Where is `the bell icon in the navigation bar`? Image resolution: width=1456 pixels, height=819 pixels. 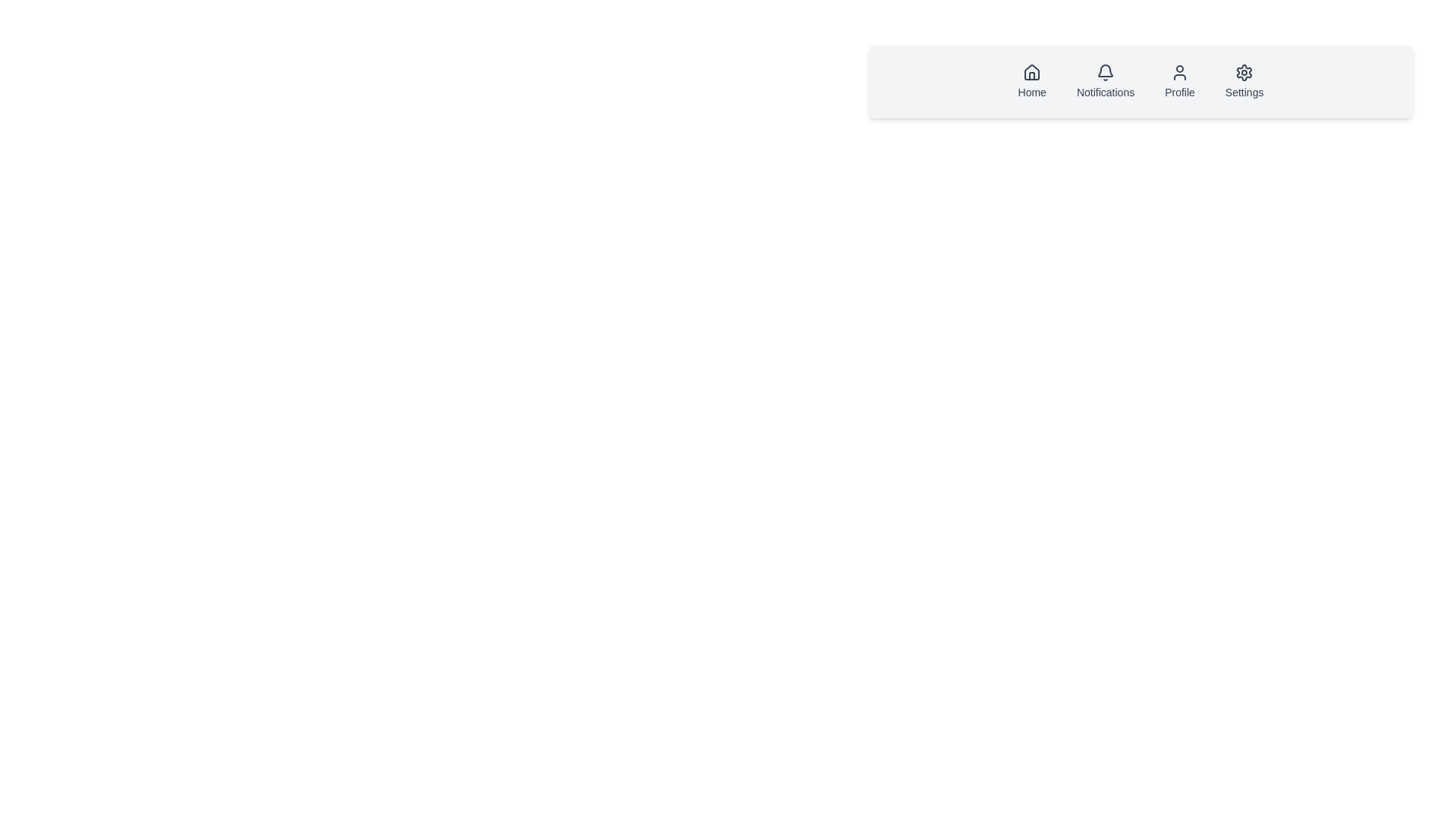 the bell icon in the navigation bar is located at coordinates (1106, 73).